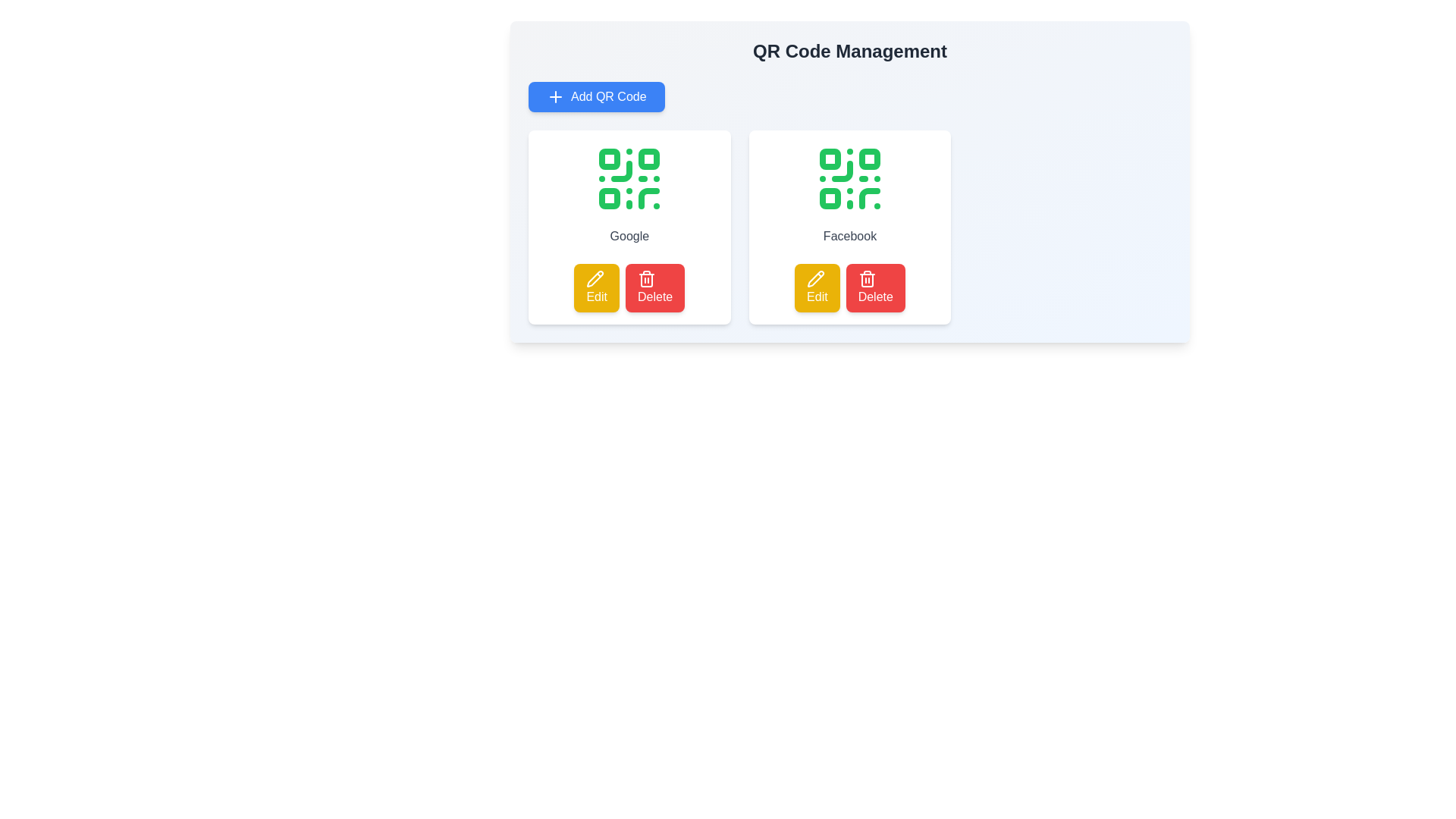 Image resolution: width=1456 pixels, height=819 pixels. Describe the element at coordinates (555, 96) in the screenshot. I see `the plus icon within the 'Add QR Code' button, which has a blue background and white text` at that location.